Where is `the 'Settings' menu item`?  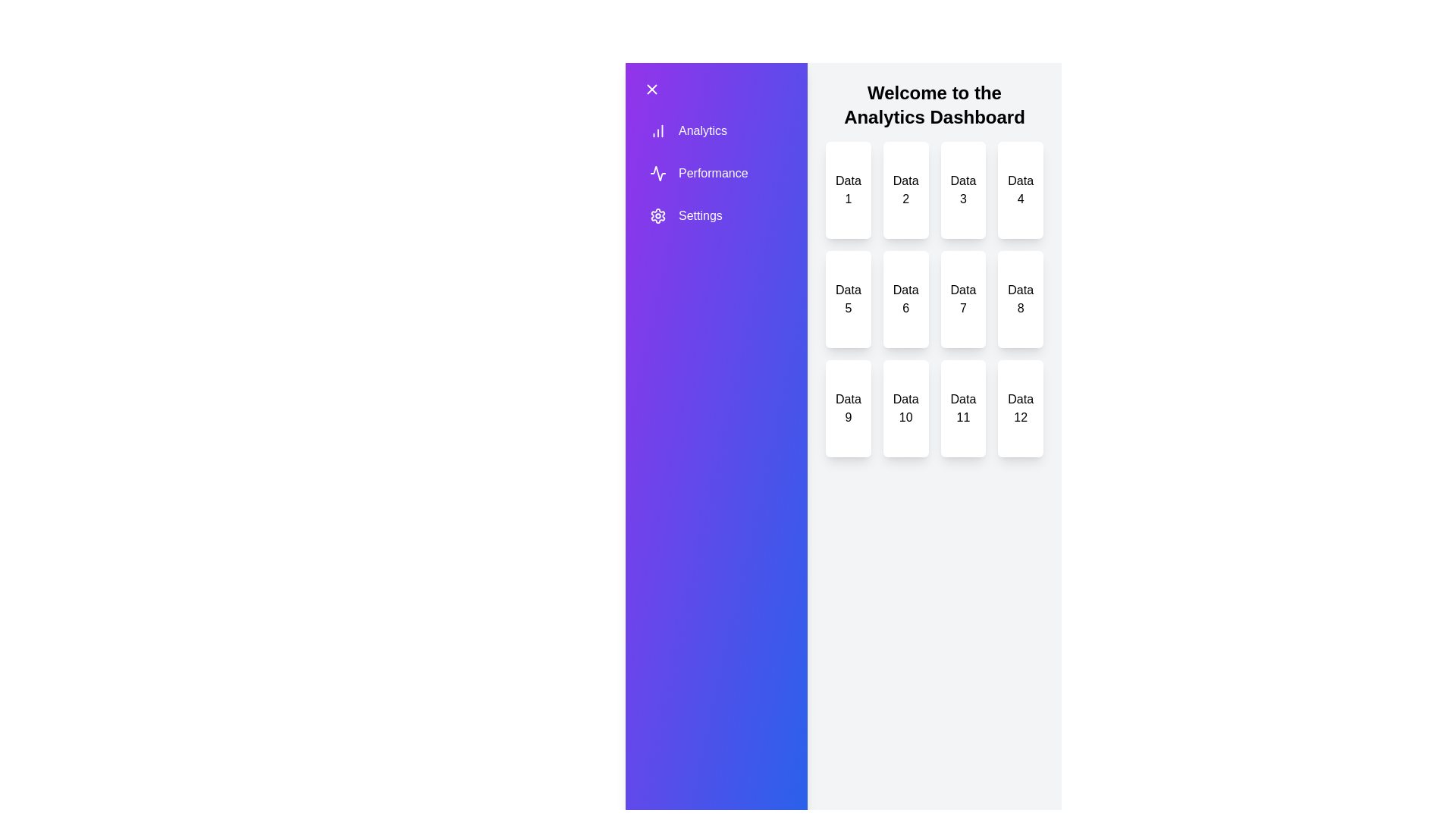
the 'Settings' menu item is located at coordinates (698, 216).